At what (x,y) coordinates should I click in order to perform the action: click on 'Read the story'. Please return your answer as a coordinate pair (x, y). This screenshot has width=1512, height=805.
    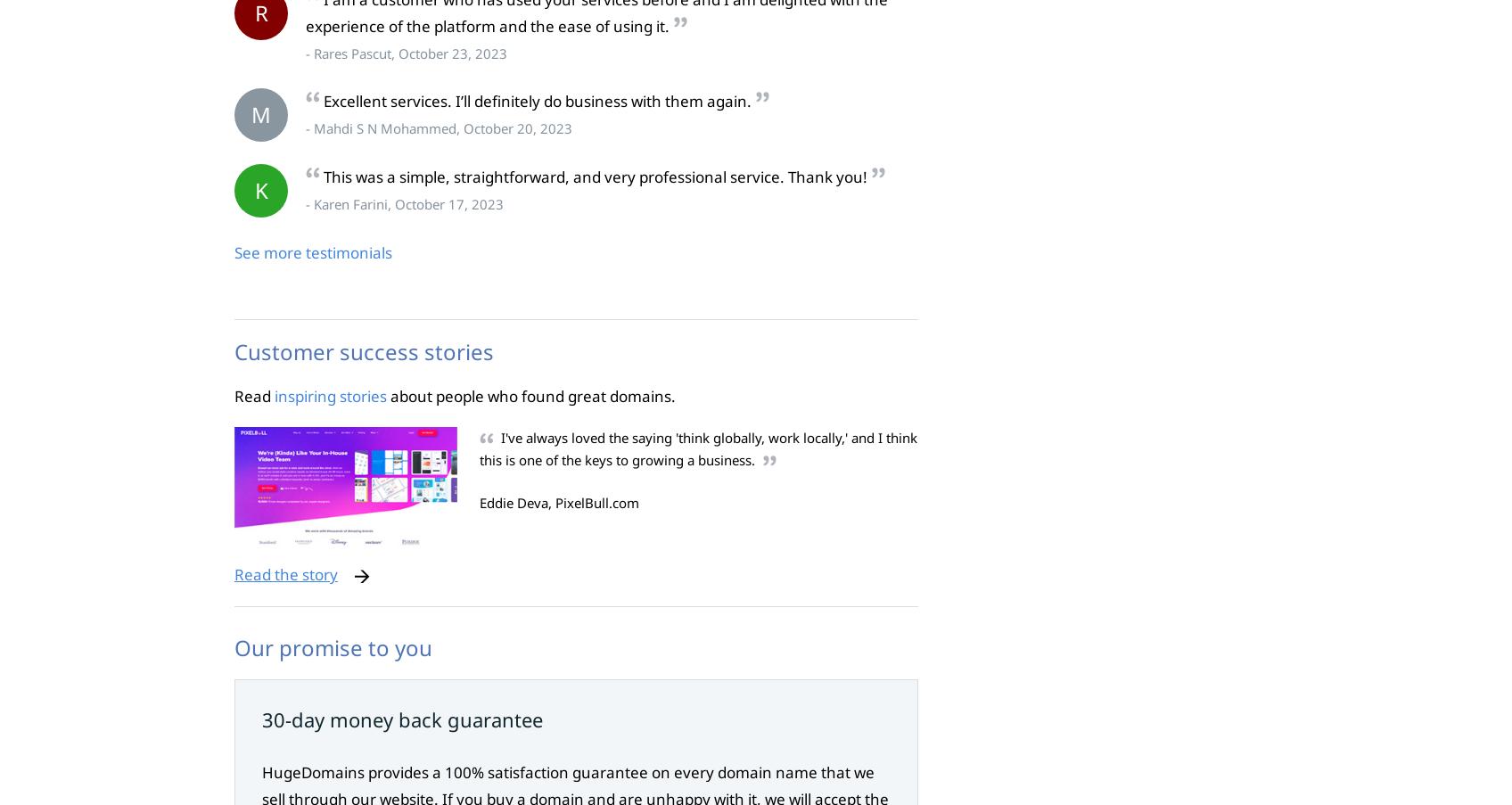
    Looking at the image, I should click on (286, 574).